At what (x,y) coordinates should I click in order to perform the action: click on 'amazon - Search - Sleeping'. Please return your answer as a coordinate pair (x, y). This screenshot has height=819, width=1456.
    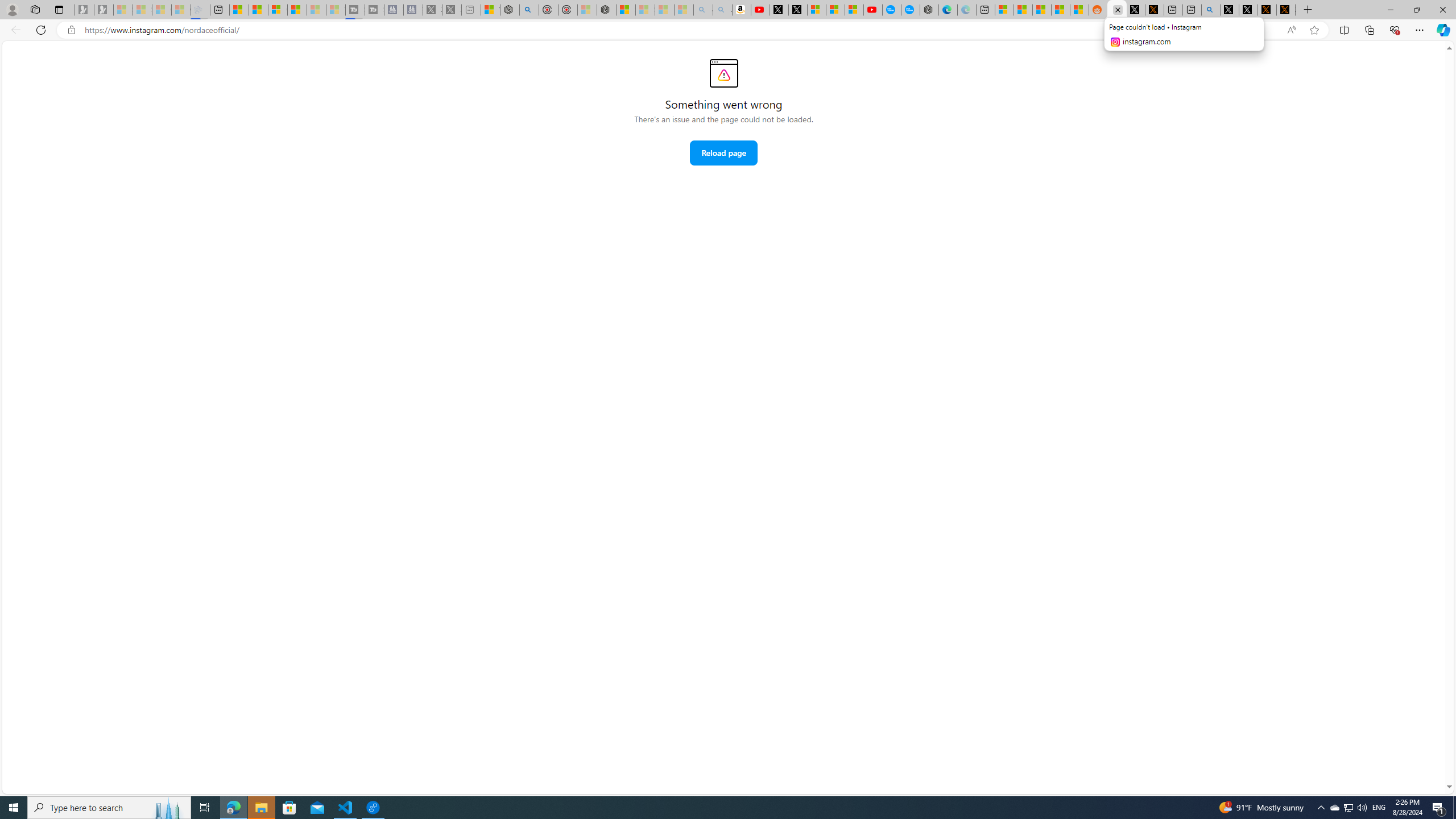
    Looking at the image, I should click on (702, 9).